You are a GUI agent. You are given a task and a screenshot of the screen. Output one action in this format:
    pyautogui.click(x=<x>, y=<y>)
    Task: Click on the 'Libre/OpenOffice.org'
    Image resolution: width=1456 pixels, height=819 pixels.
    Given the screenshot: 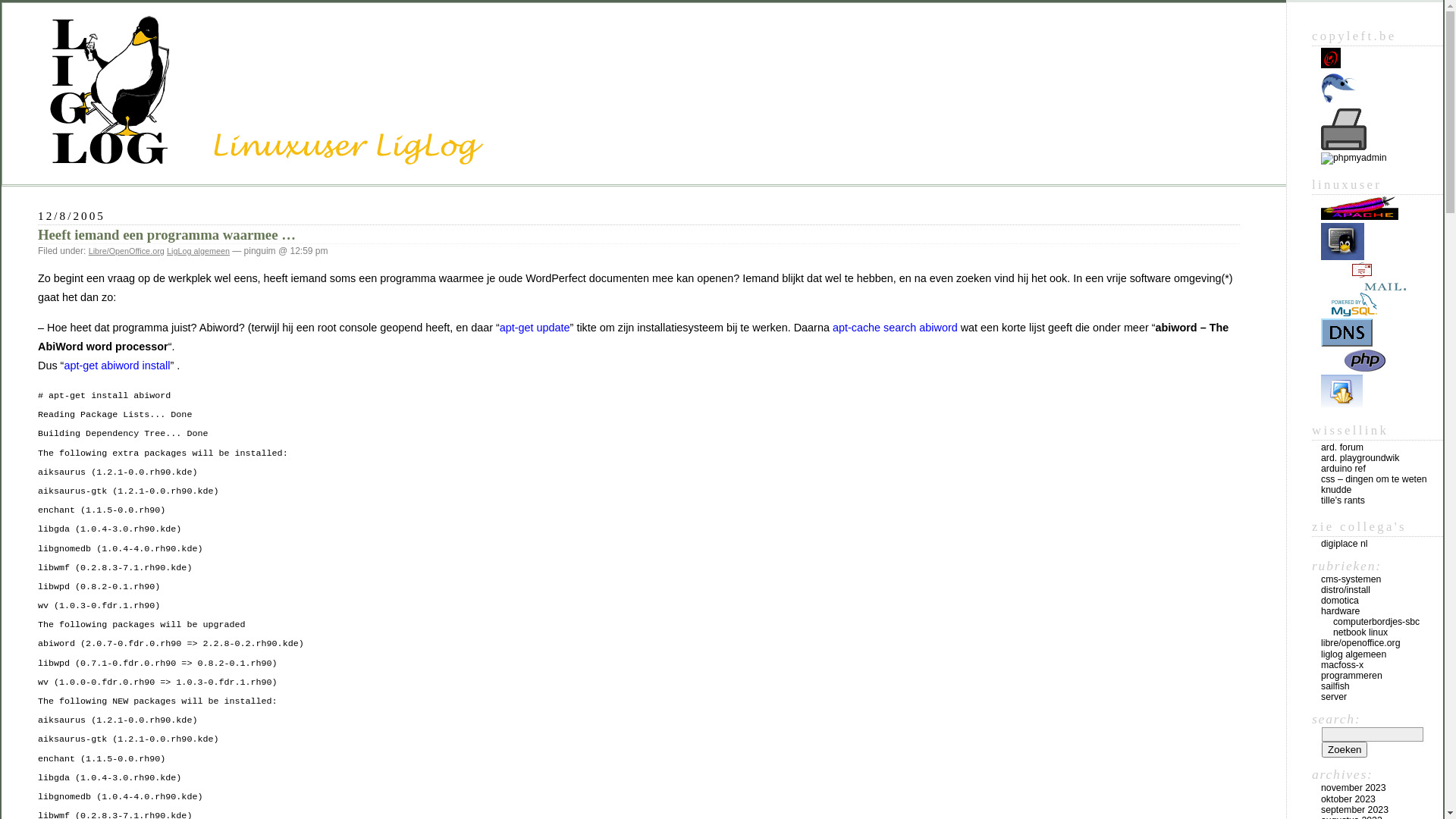 What is the action you would take?
    pyautogui.click(x=127, y=250)
    